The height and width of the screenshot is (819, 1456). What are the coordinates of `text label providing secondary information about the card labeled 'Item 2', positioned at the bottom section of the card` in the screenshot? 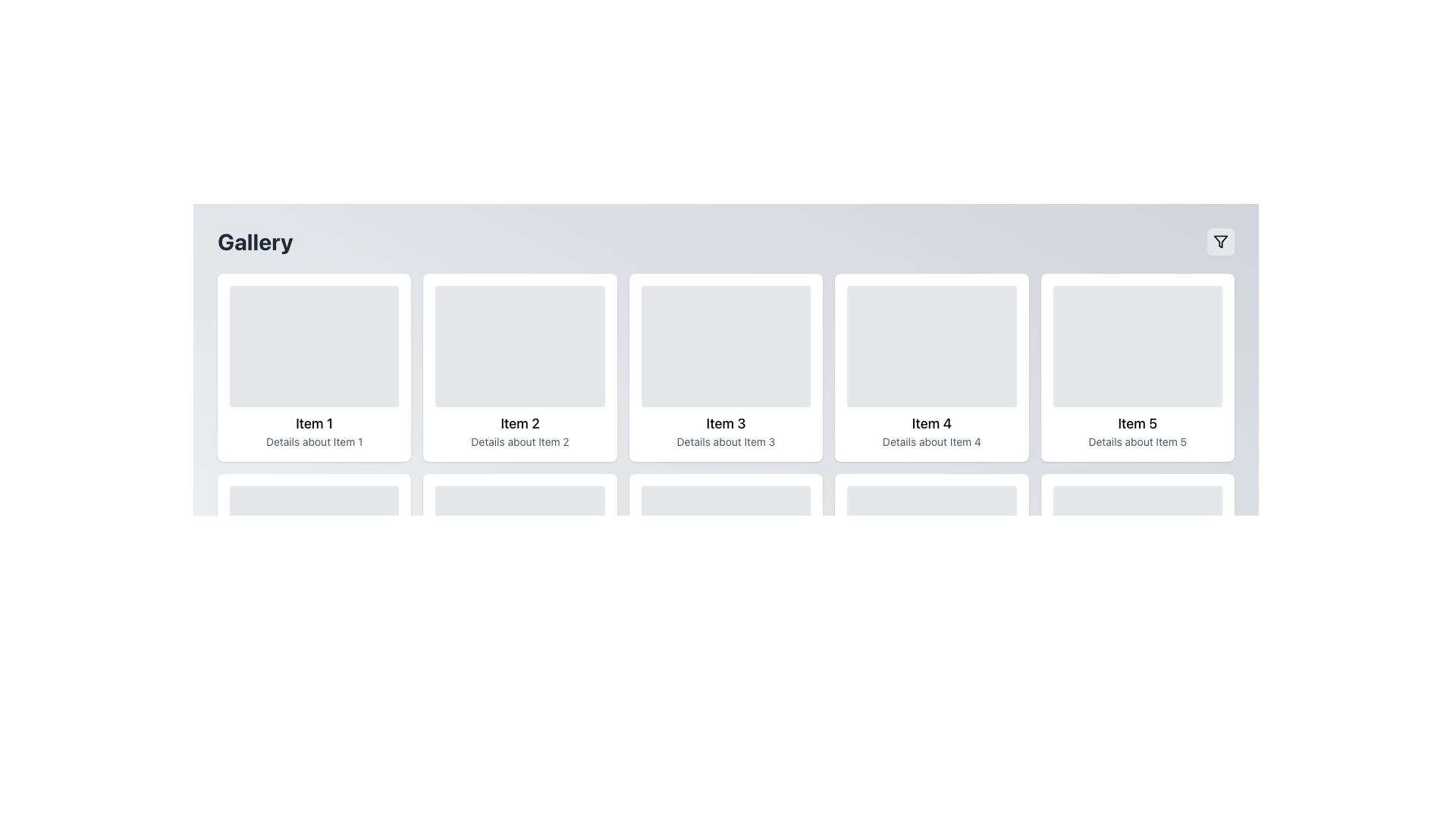 It's located at (520, 441).